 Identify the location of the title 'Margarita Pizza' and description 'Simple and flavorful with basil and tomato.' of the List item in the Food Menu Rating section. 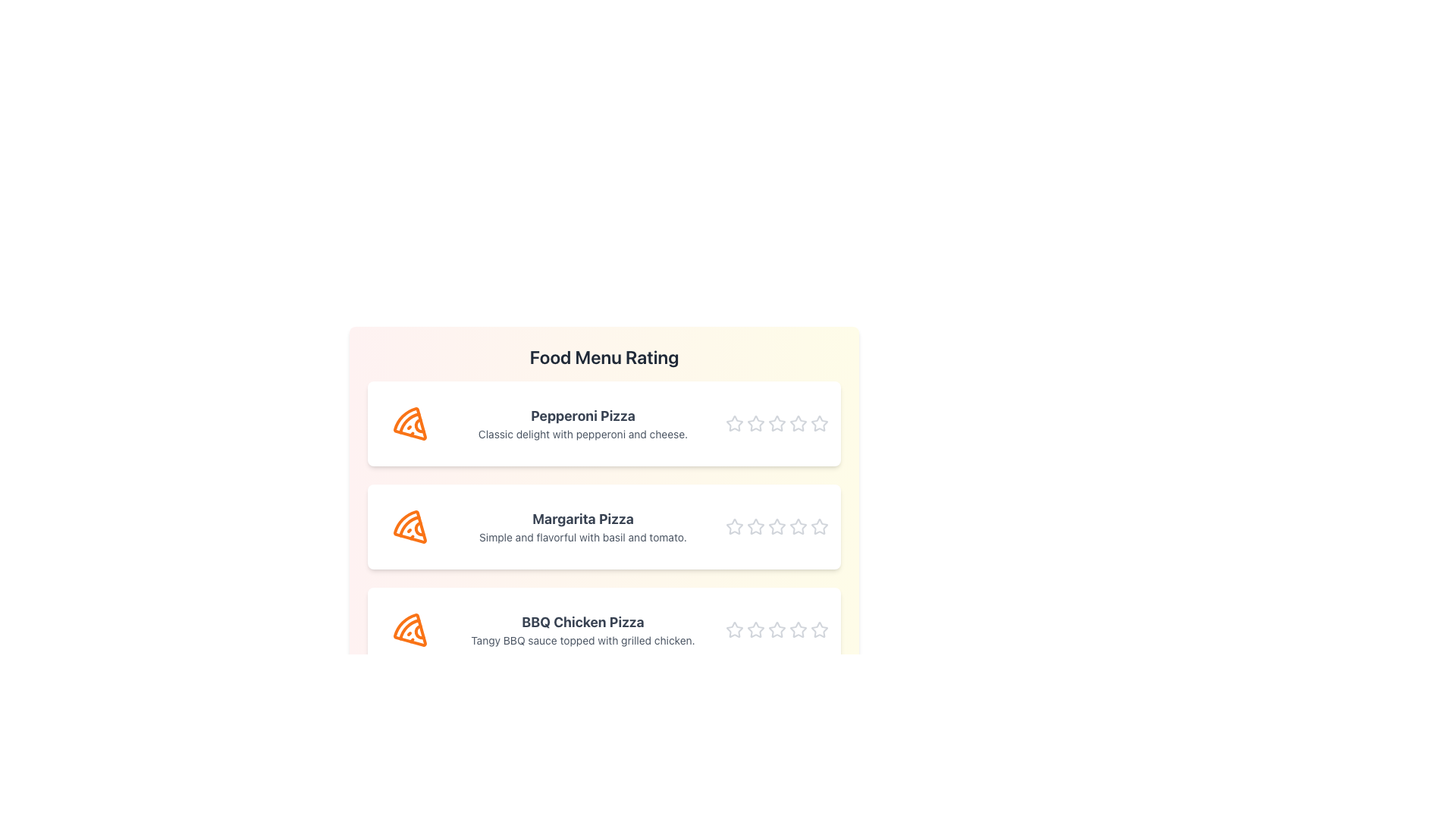
(603, 509).